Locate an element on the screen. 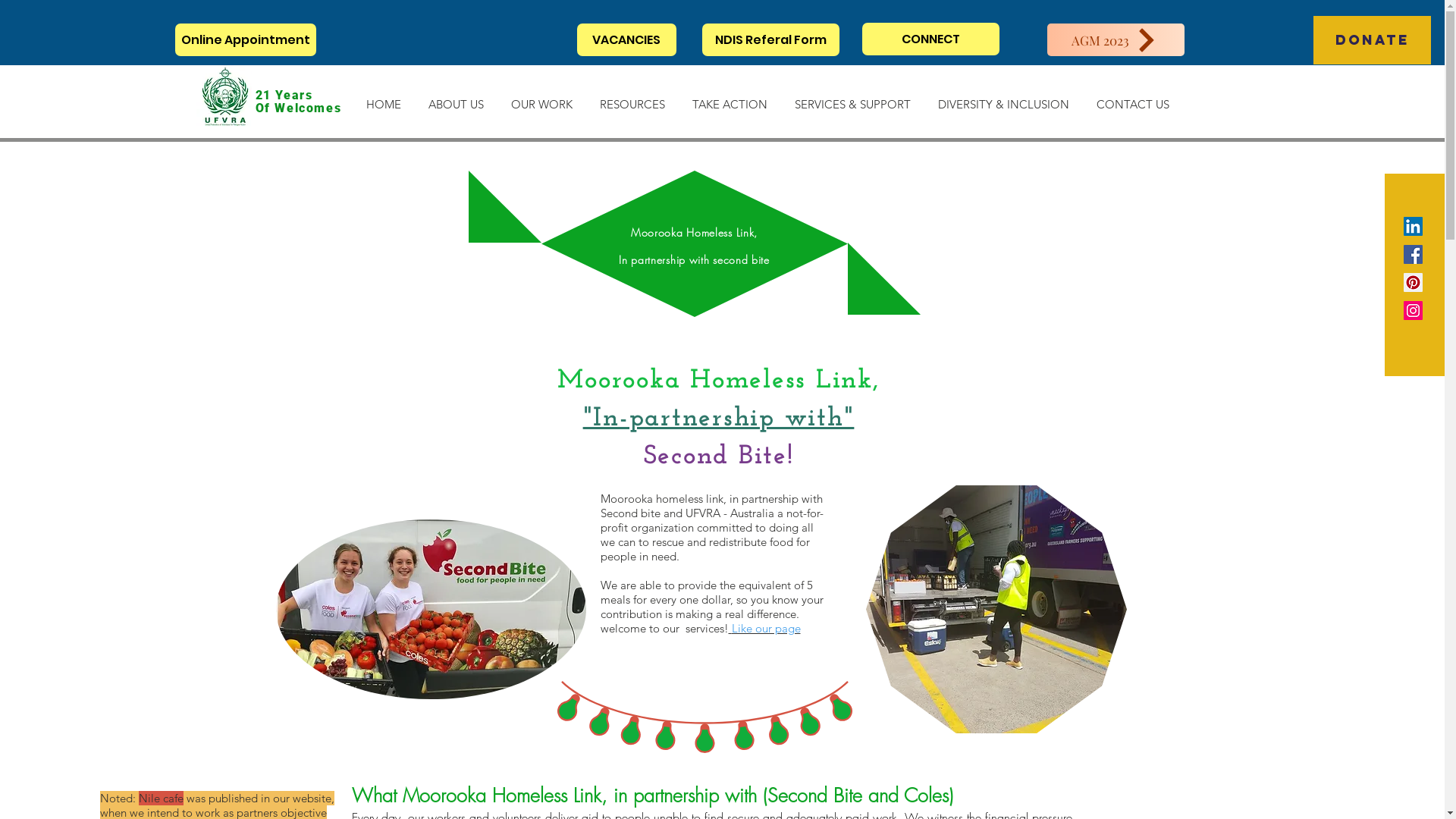  'DIVERSITY & INCLUSION' is located at coordinates (1003, 97).